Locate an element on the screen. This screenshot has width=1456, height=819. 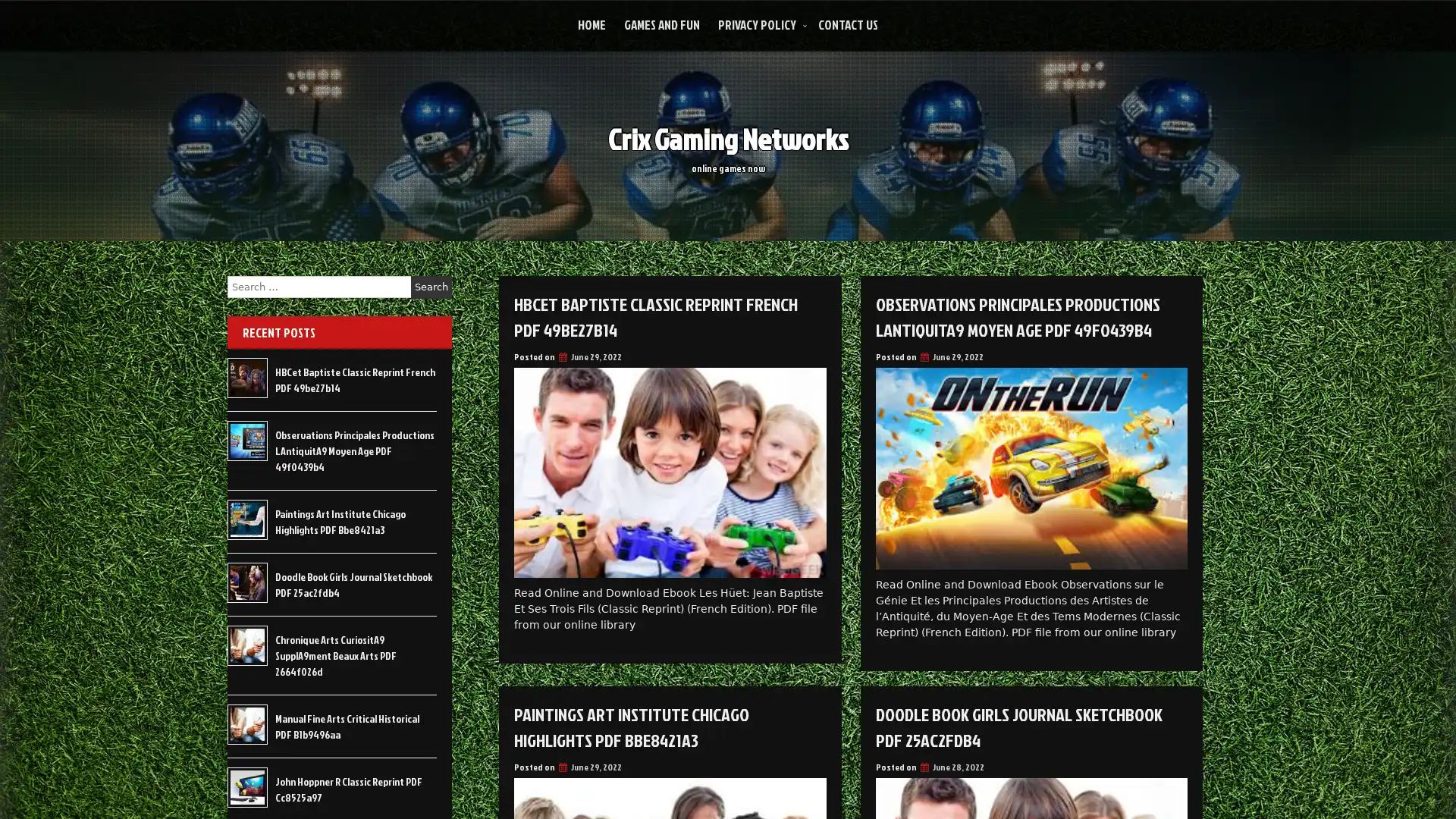
Search is located at coordinates (431, 287).